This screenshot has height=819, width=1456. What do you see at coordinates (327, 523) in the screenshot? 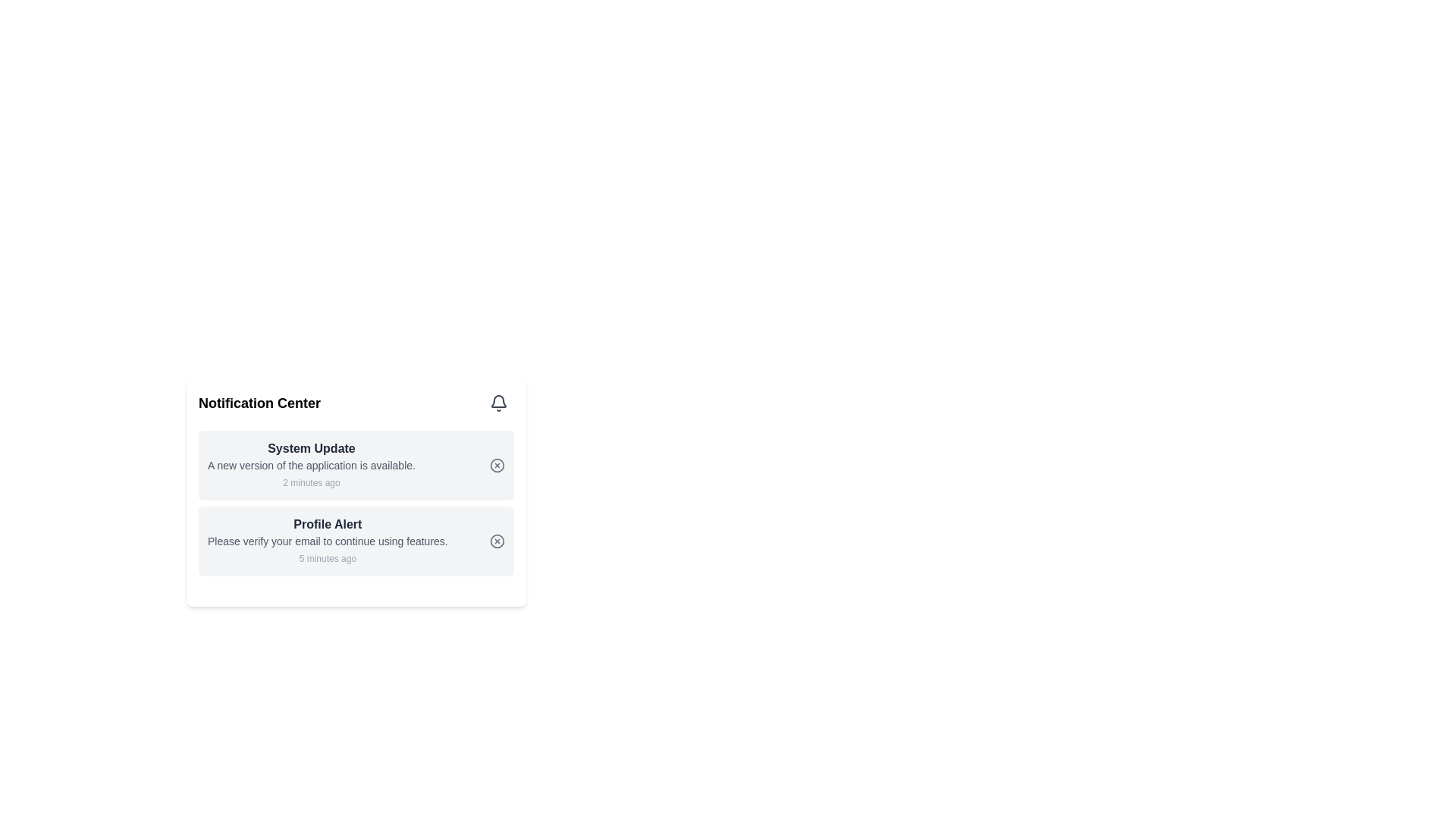
I see `title text label of the notification card, which is positioned at the top-left corner of the card and summarizes the notification's purpose` at bounding box center [327, 523].